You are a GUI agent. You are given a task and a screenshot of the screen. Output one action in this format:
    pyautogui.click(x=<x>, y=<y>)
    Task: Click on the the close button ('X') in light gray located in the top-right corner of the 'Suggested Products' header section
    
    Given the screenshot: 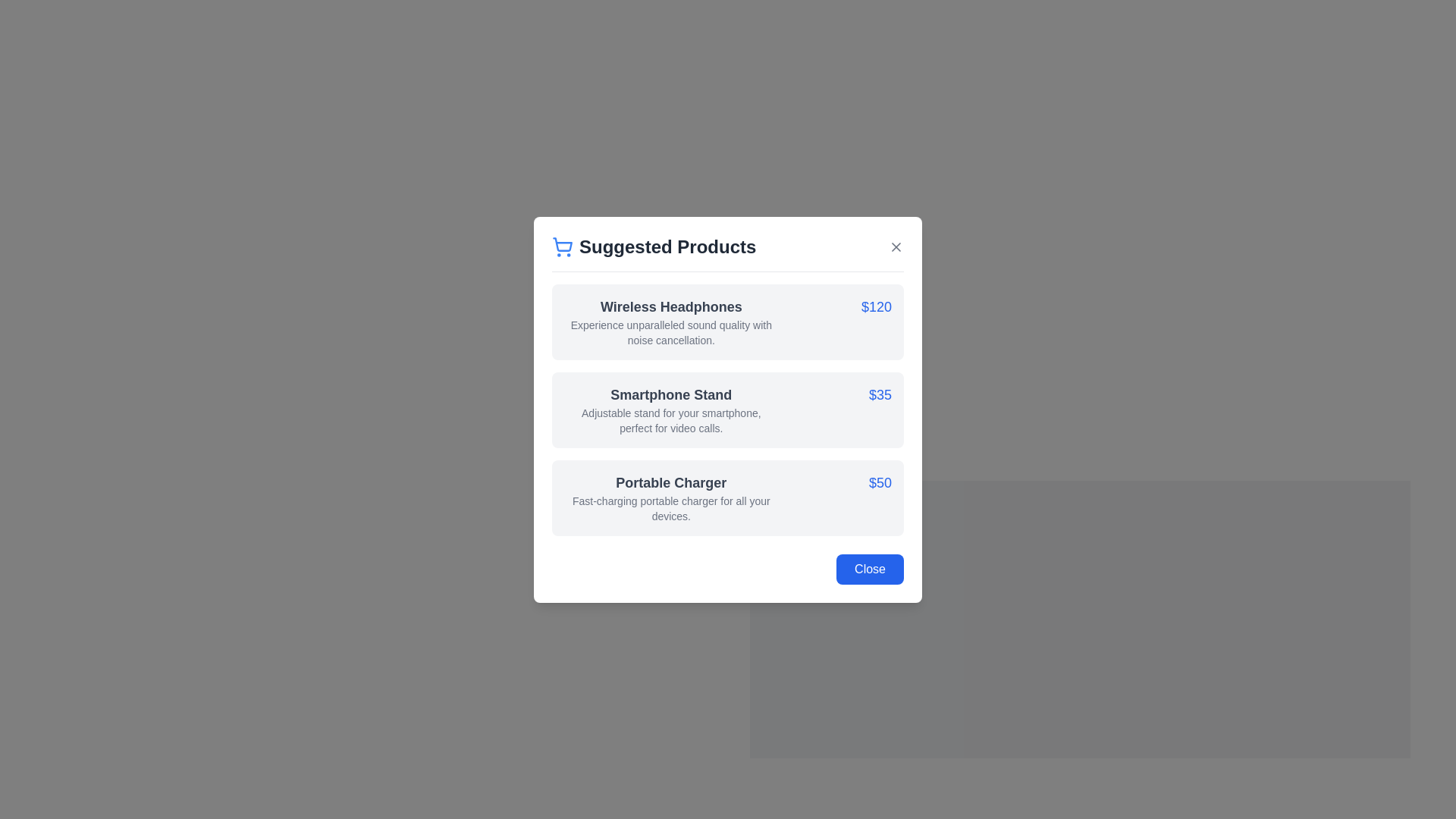 What is the action you would take?
    pyautogui.click(x=896, y=245)
    